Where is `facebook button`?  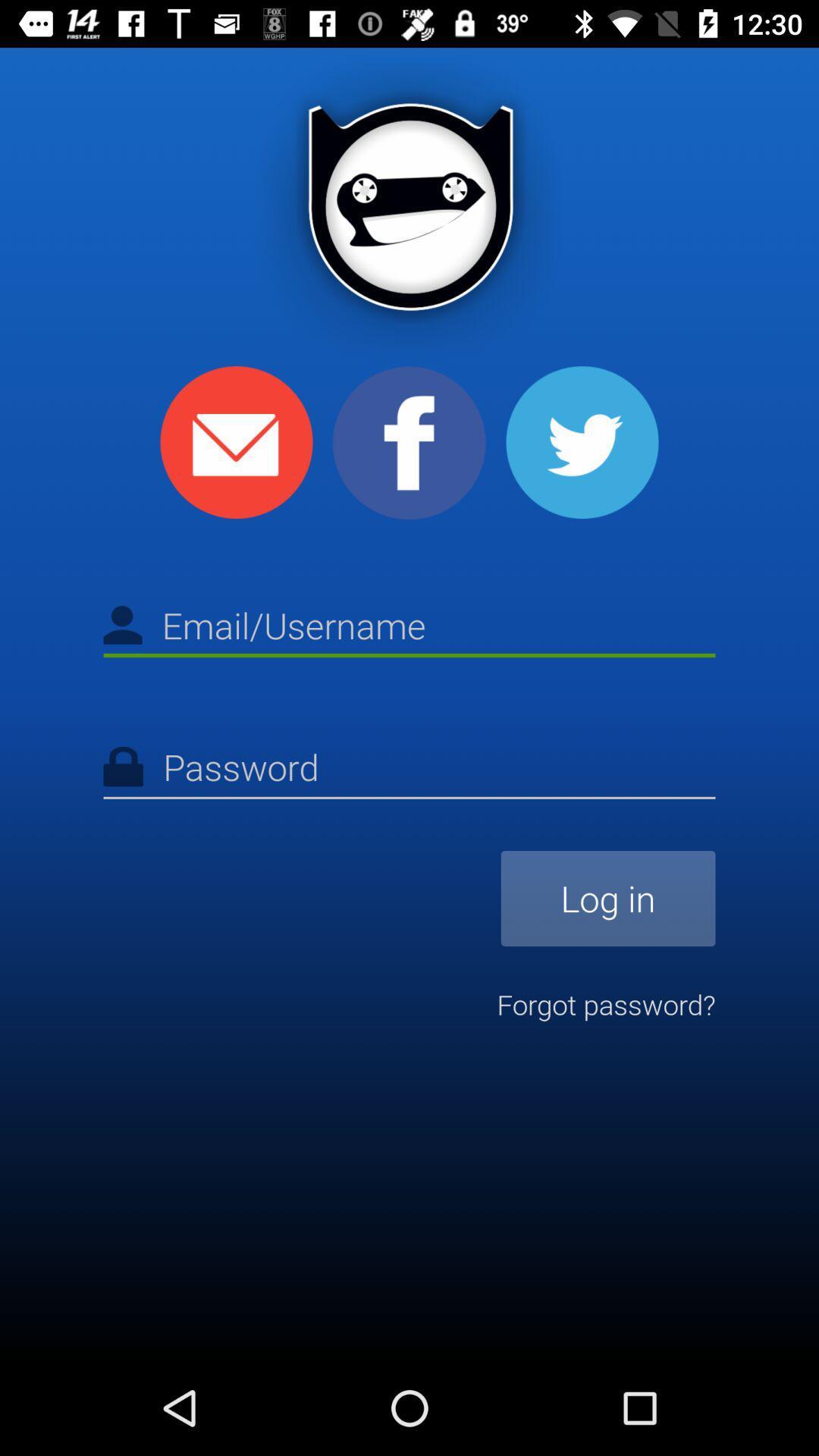 facebook button is located at coordinates (409, 442).